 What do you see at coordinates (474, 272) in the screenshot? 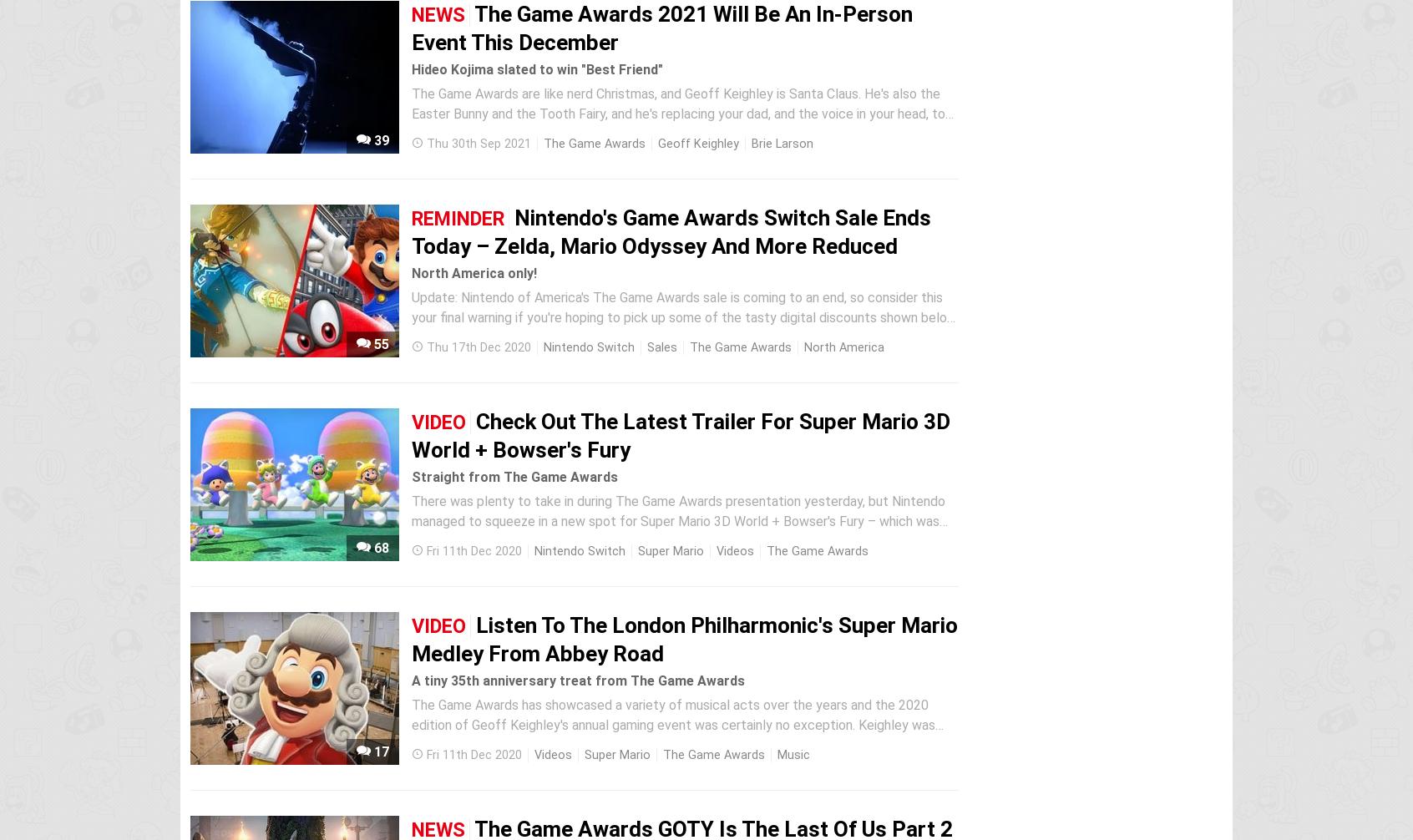
I see `'North America only!'` at bounding box center [474, 272].